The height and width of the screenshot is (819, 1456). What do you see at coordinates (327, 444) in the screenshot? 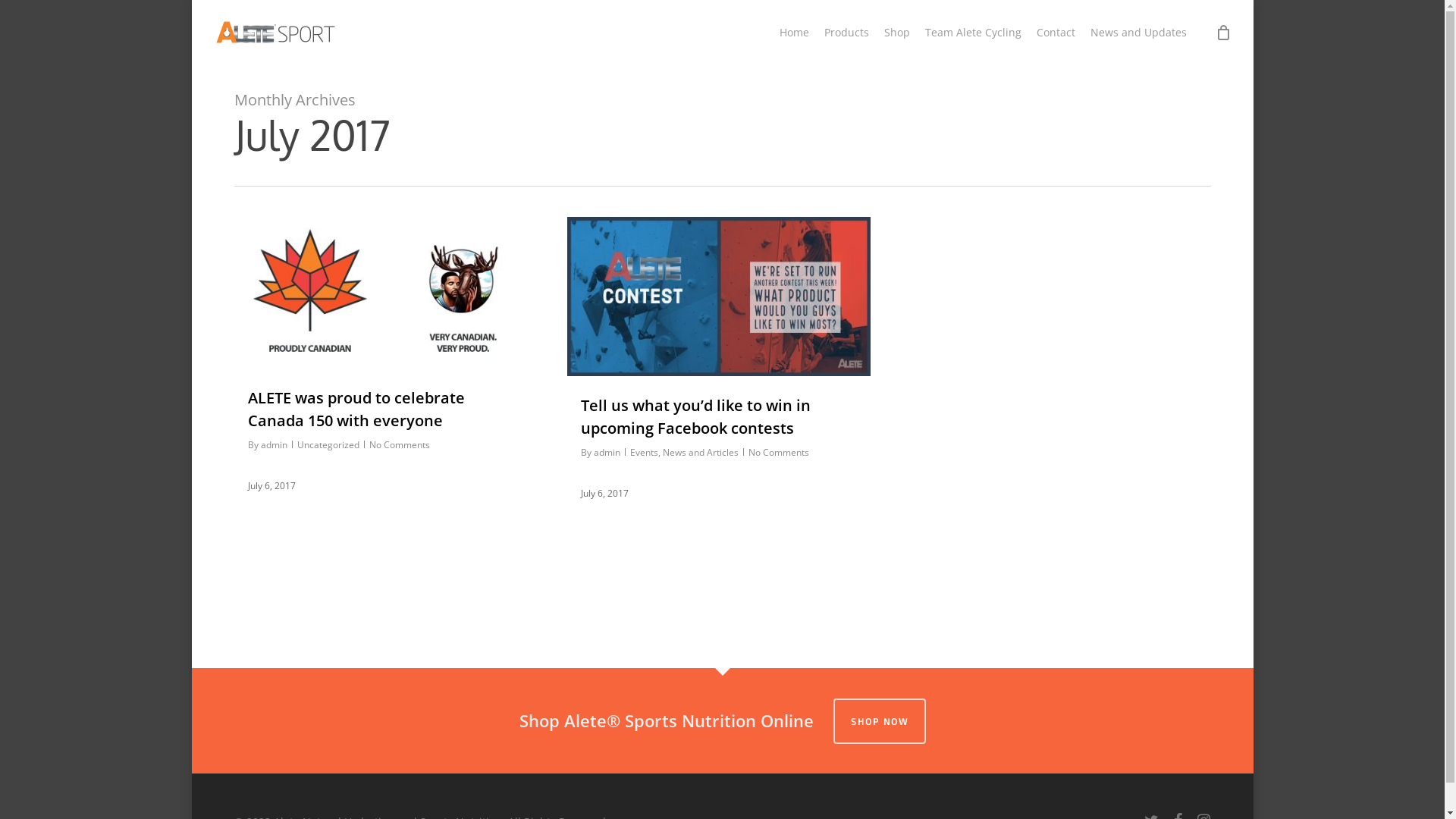
I see `'Uncategorized'` at bounding box center [327, 444].